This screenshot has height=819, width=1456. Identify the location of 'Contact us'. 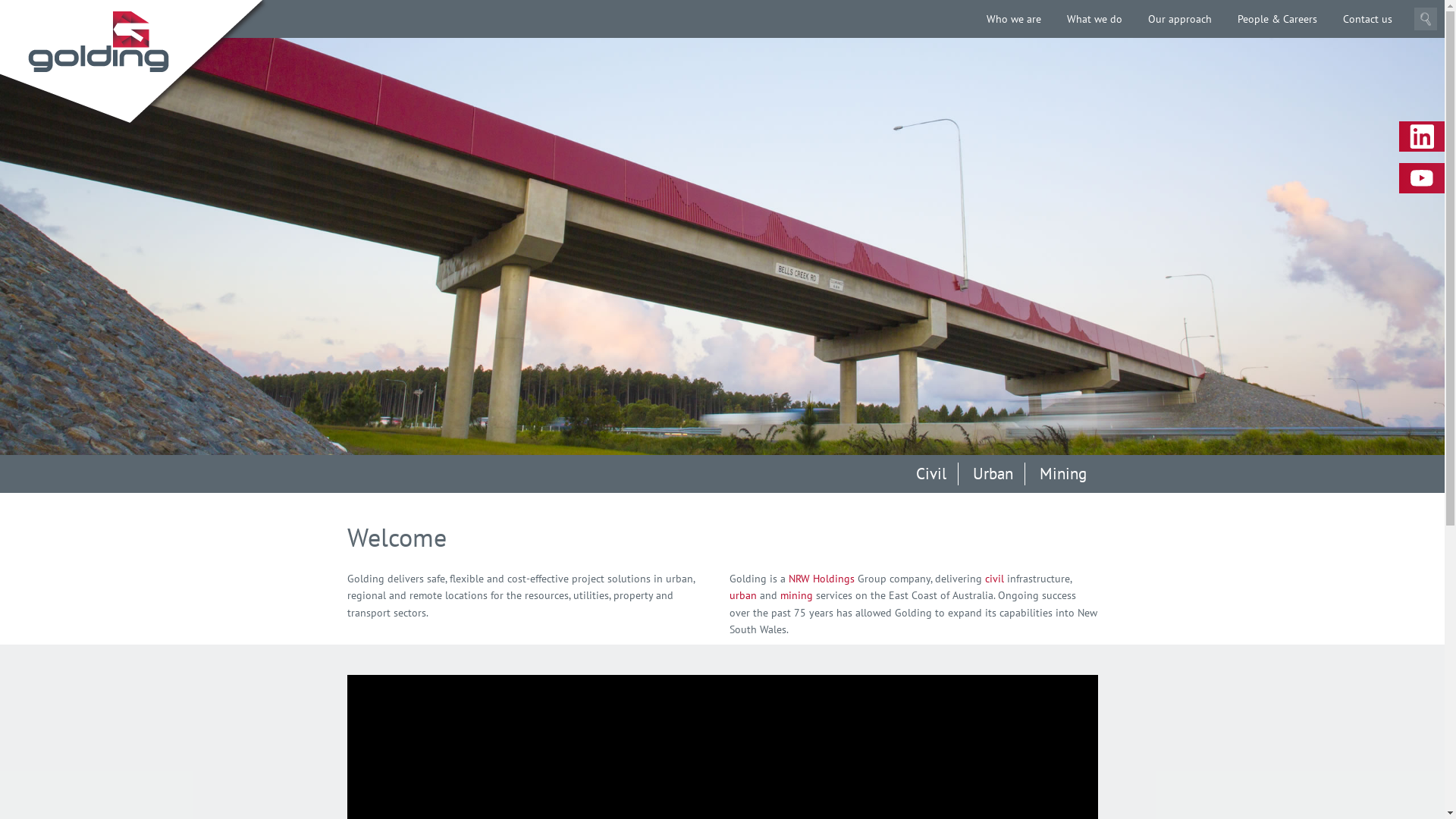
(1367, 18).